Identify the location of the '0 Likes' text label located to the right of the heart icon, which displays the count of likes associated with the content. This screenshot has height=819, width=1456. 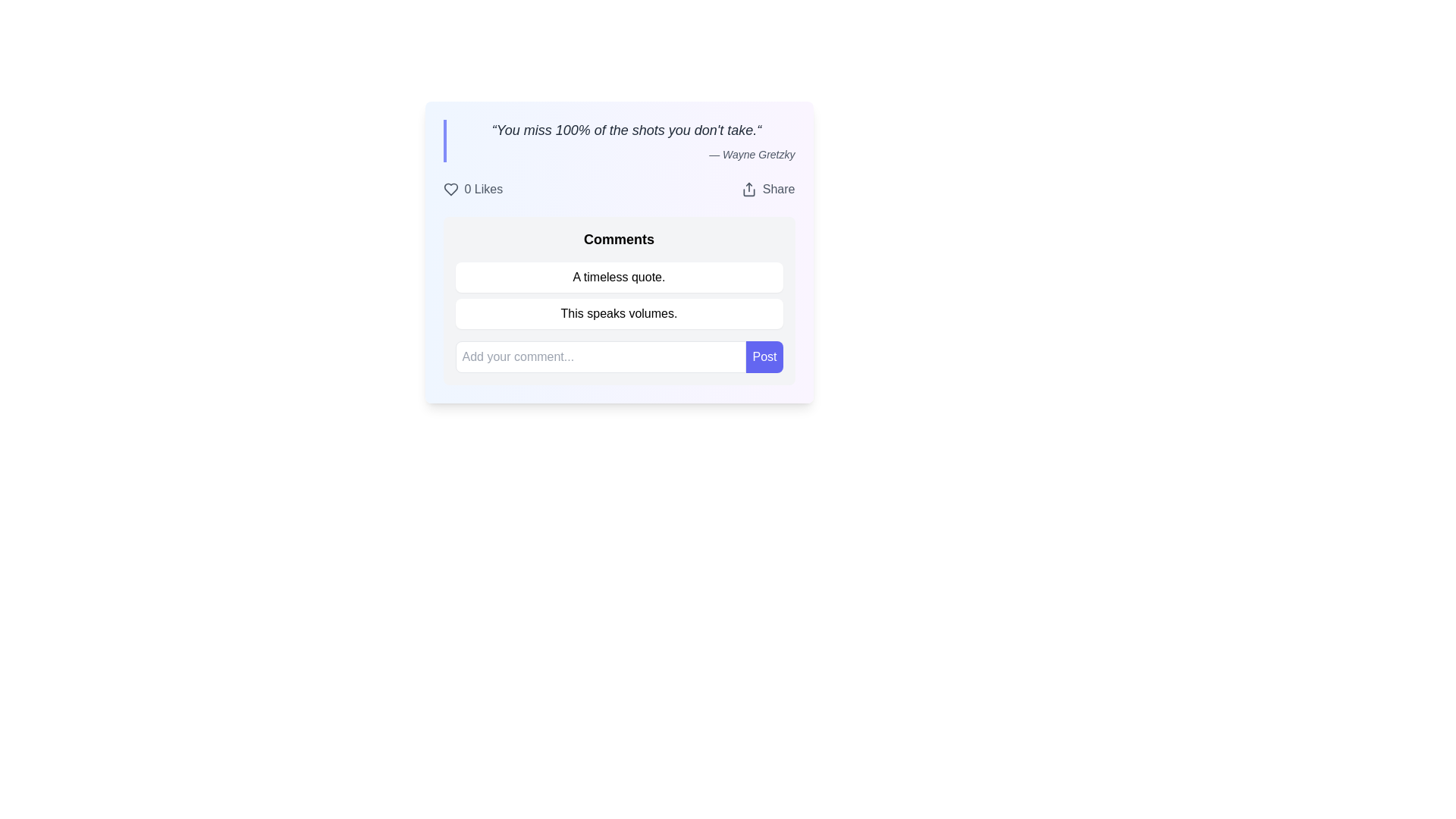
(482, 189).